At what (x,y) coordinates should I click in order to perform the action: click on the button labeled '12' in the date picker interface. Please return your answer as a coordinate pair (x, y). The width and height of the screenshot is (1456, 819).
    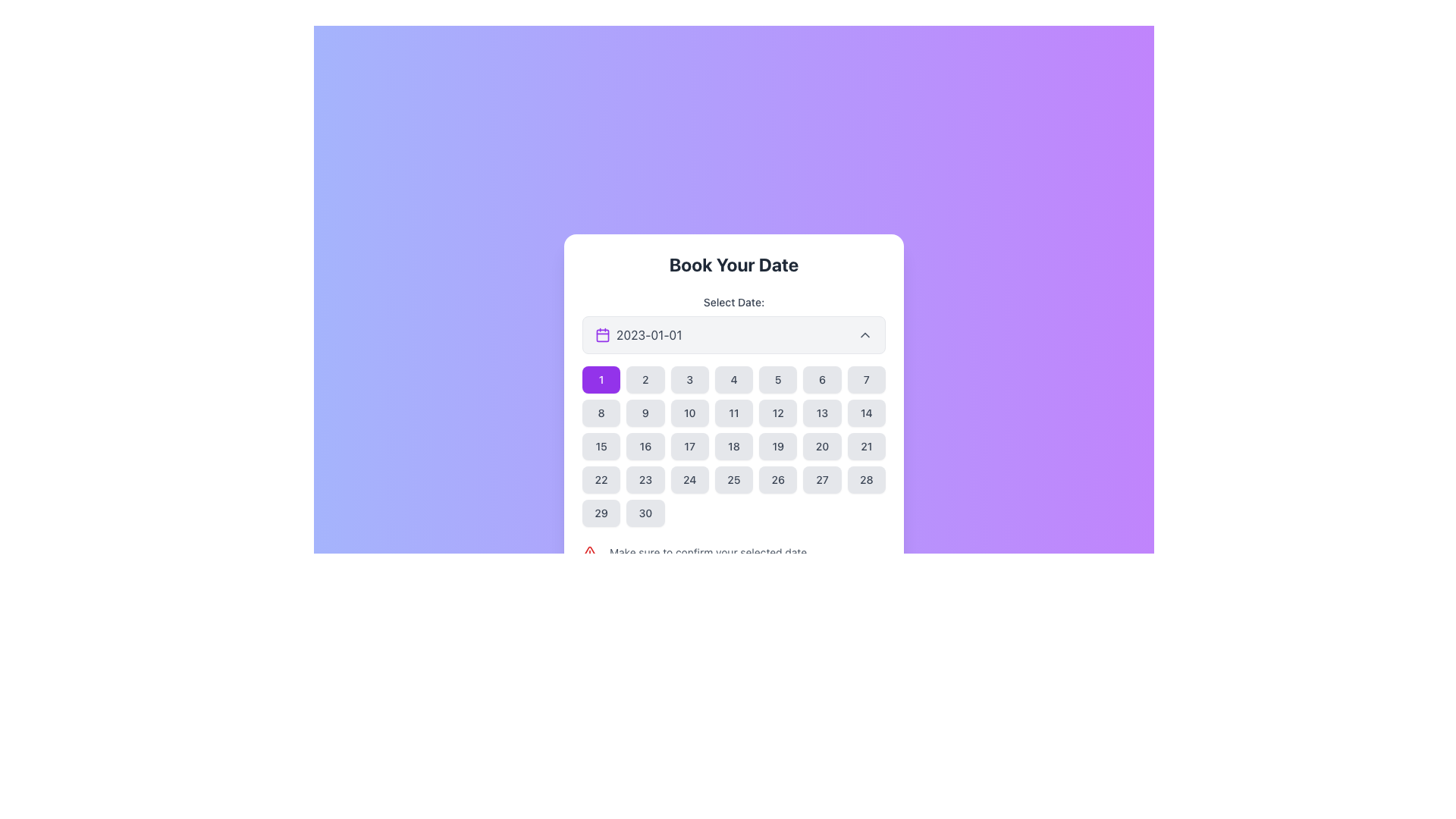
    Looking at the image, I should click on (778, 413).